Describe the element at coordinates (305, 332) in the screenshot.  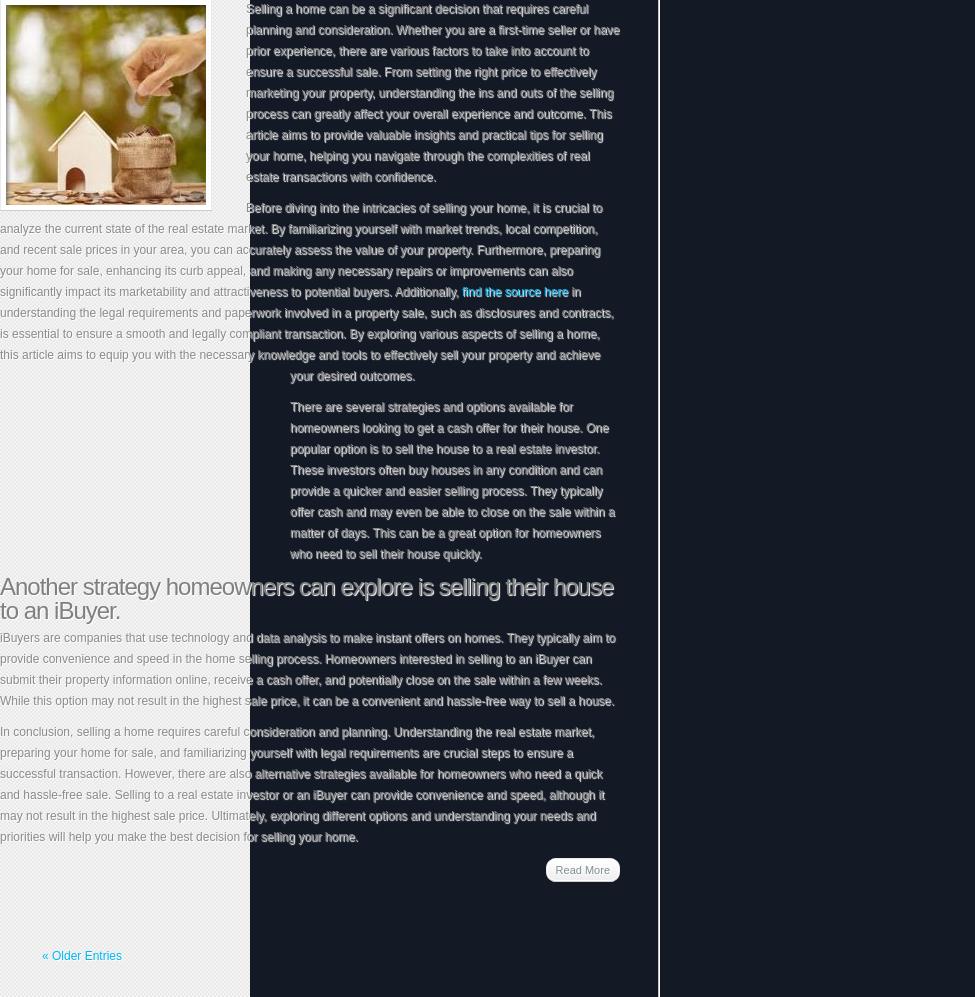
I see `'in understanding the legal requirements and paperwork involved in a property sale, such as disclosures and contracts, is essential to ensure a smooth and legally compliant transaction. By exploring various aspects of selling a home, this article aims to equip you with the necessary knowledge and tools to effectively sell your property and achieve your desired outcomes.'` at that location.